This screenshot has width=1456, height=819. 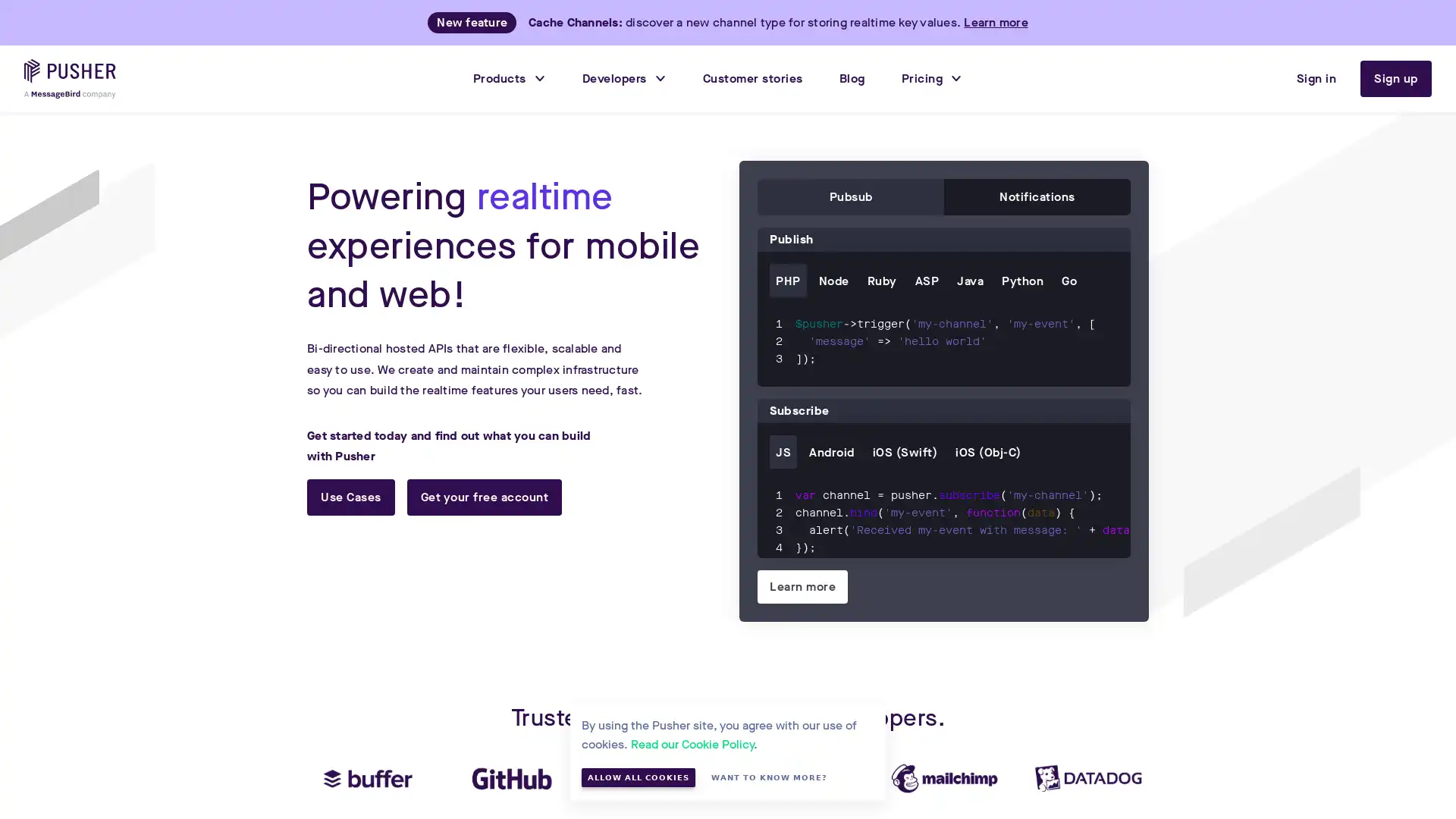 I want to click on Sign up, so click(x=1395, y=78).